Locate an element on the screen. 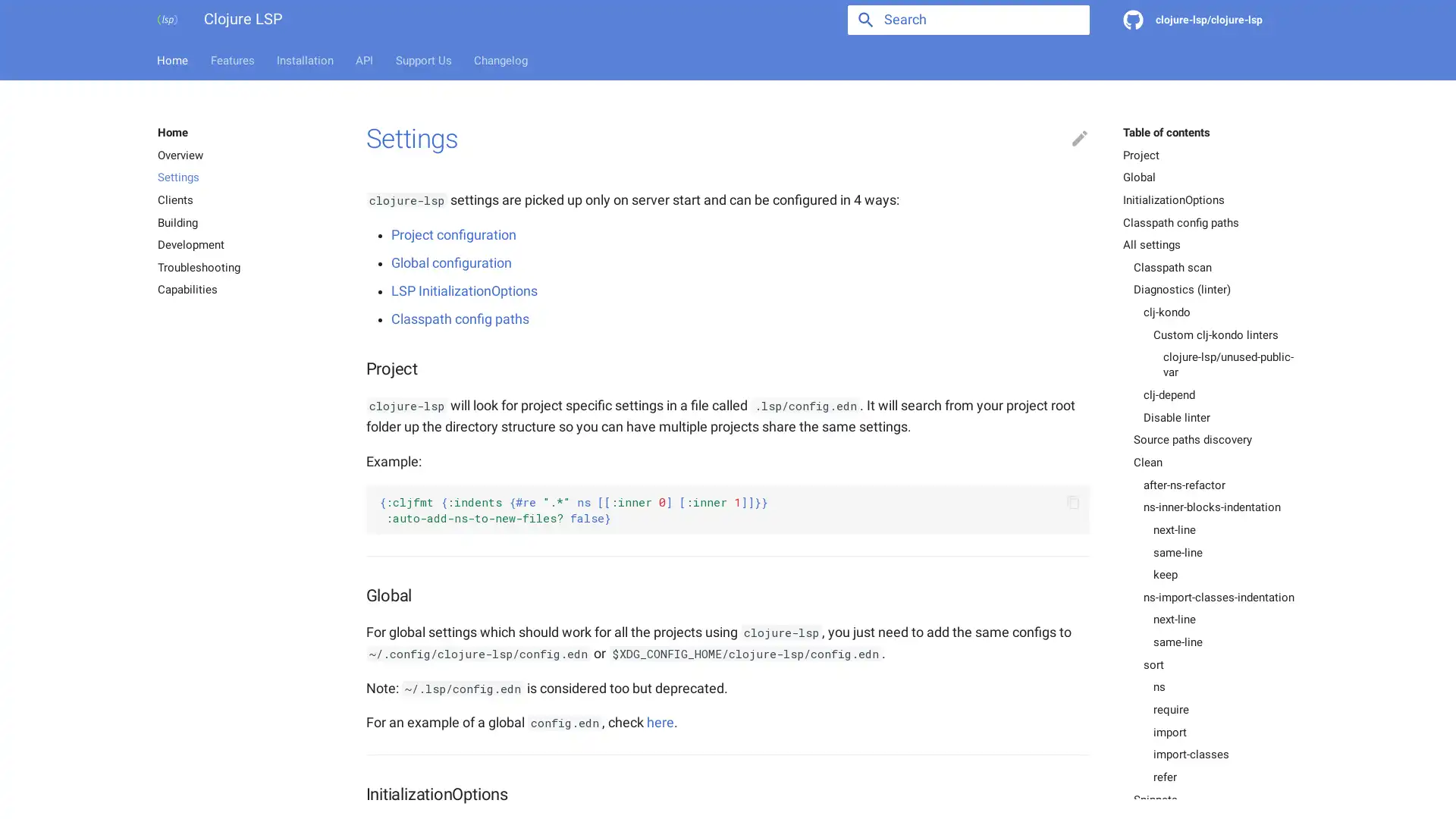 The width and height of the screenshot is (1456, 819). Clear is located at coordinates (1070, 20).